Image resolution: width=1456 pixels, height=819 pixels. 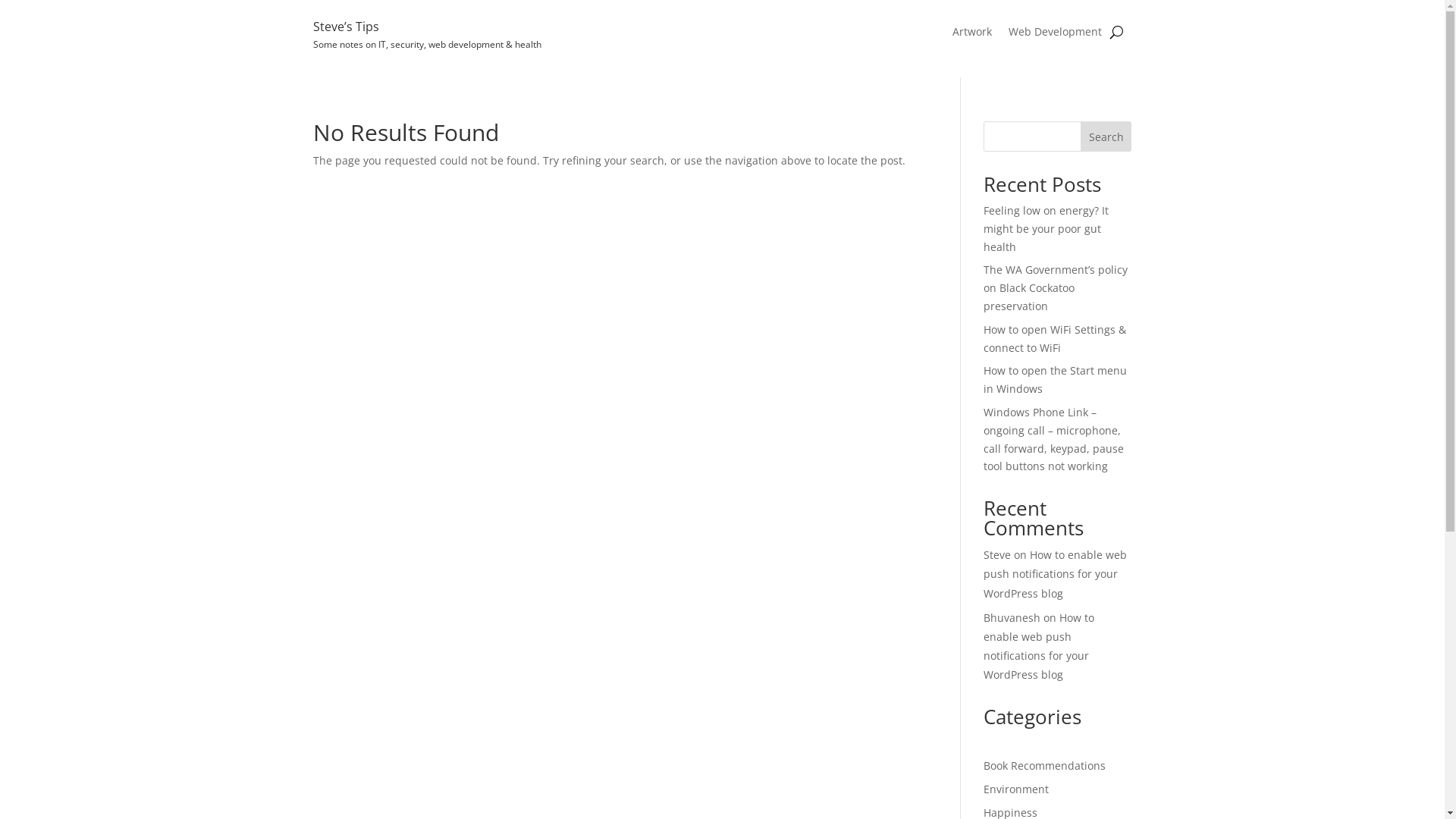 What do you see at coordinates (1043, 765) in the screenshot?
I see `'Book Recommendations'` at bounding box center [1043, 765].